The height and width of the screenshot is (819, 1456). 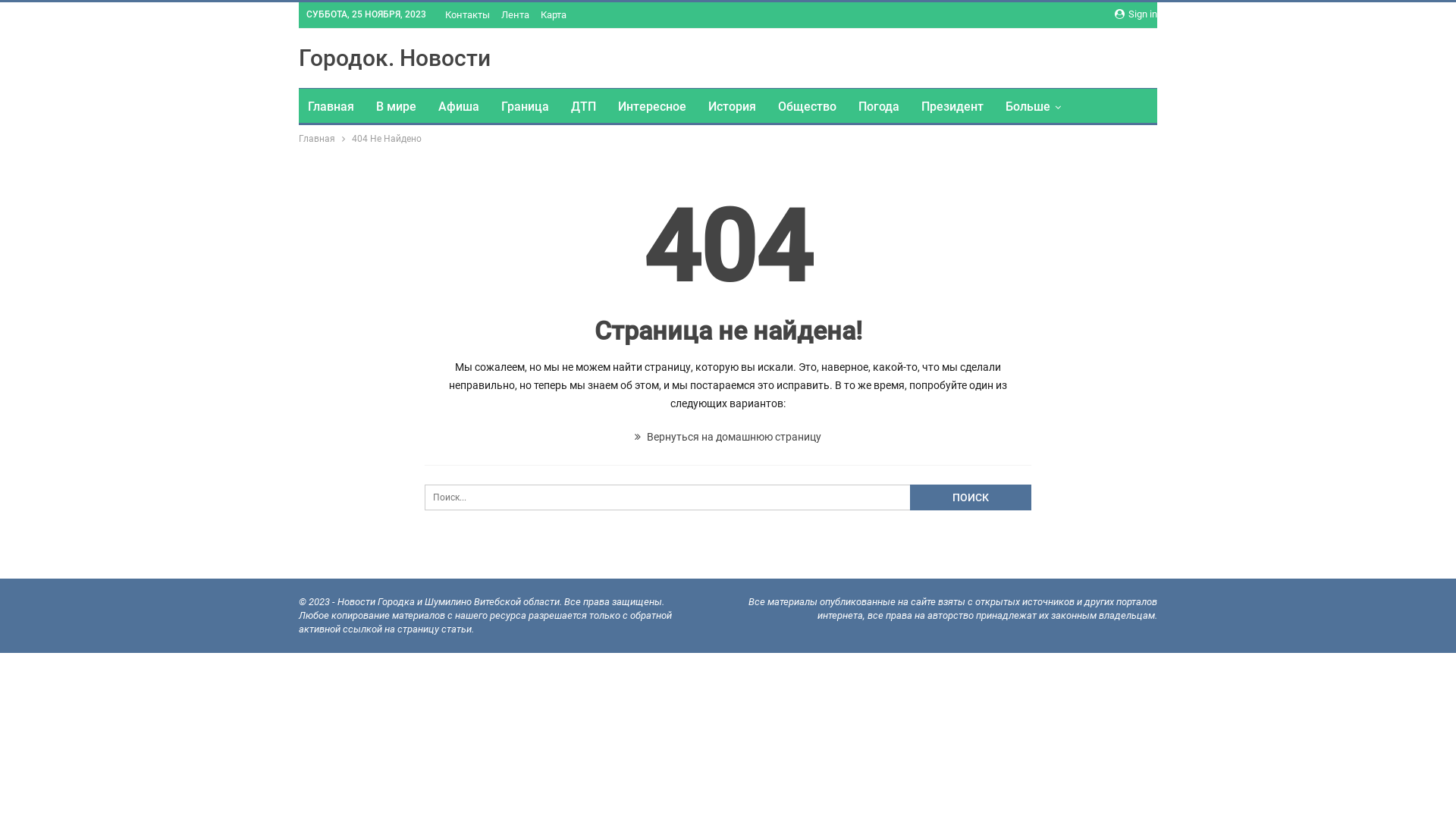 What do you see at coordinates (1114, 14) in the screenshot?
I see `'Sign in'` at bounding box center [1114, 14].